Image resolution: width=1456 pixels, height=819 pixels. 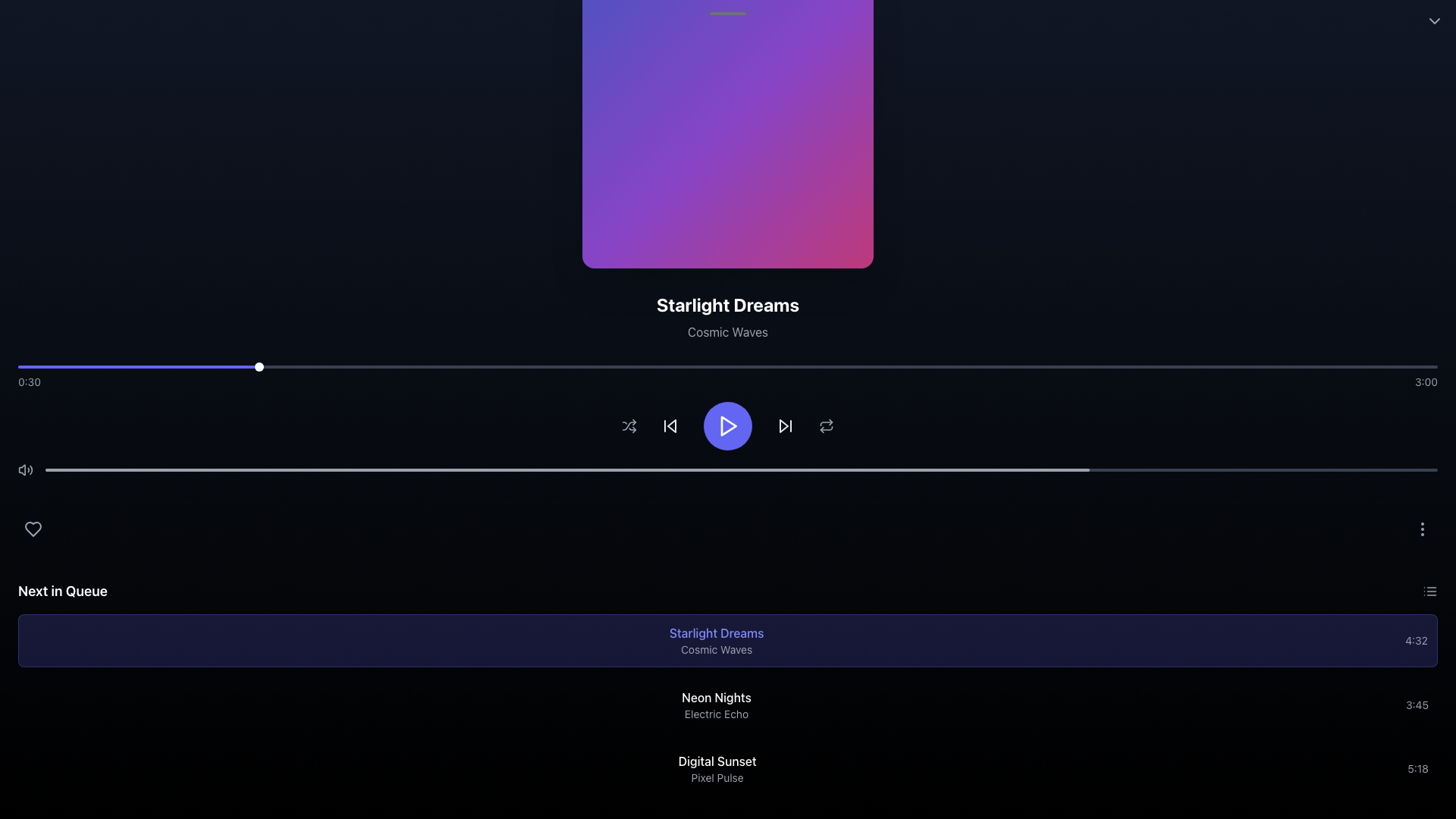 I want to click on the heart-shaped icon located beneath the primary playback controls, which serves as a 'like' or 'favorite' indicator for marking content, so click(x=33, y=529).